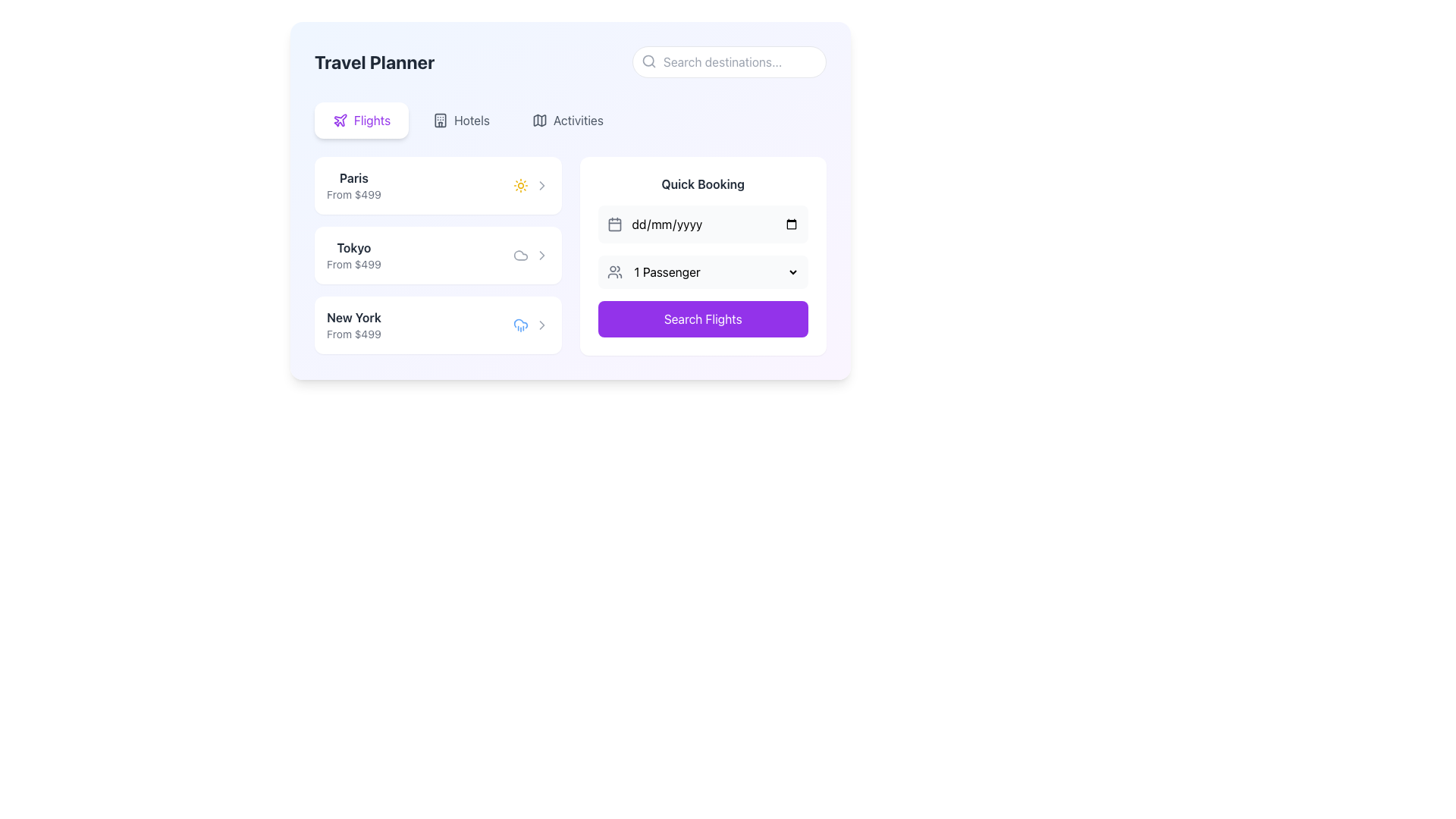 The image size is (1456, 819). I want to click on the graphic icon depicting a building, which is located immediately to the left of the 'Hotels' text label in the navigation bar at the top, so click(440, 119).